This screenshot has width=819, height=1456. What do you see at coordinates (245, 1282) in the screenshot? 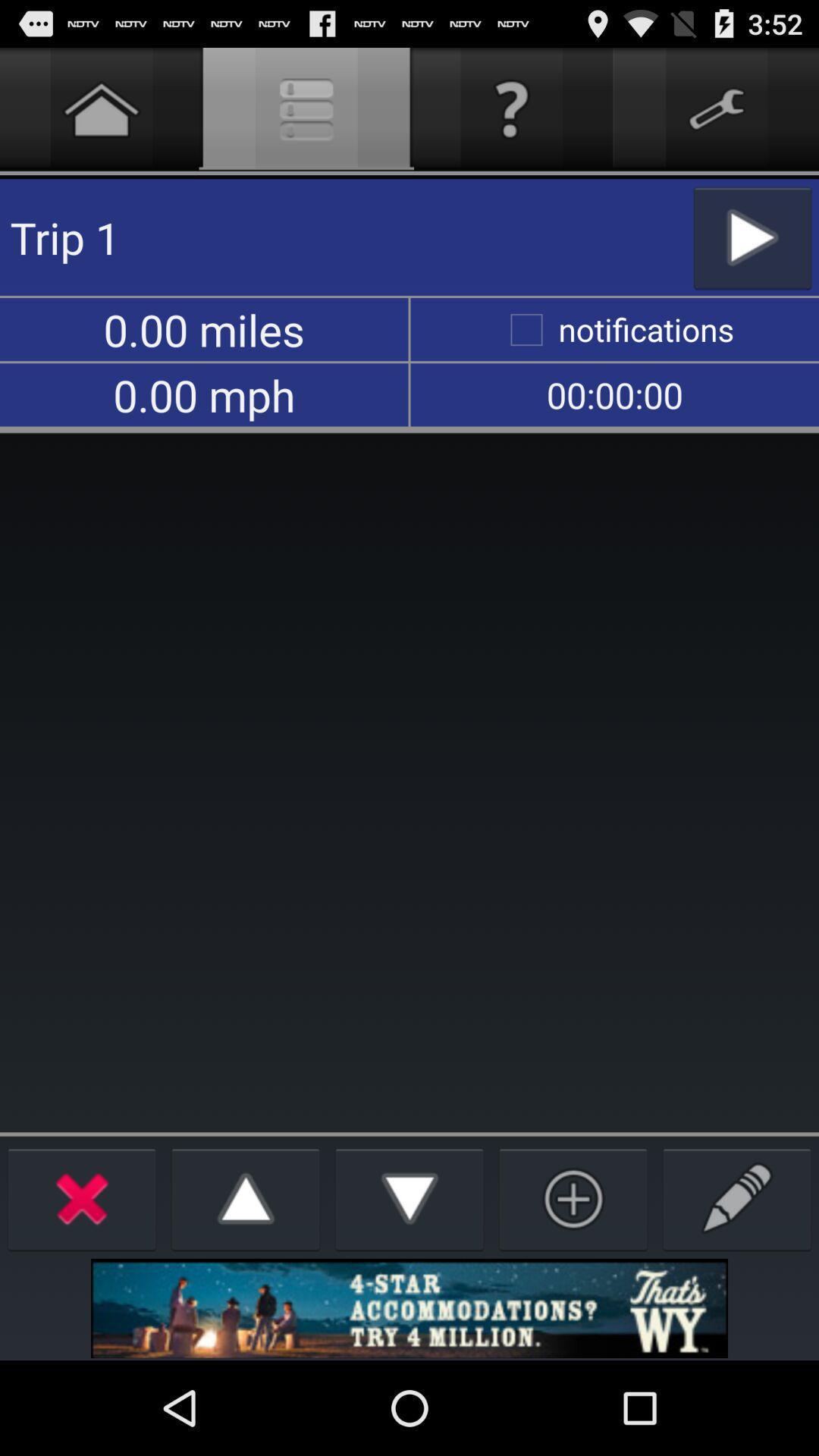
I see `the arrow_upward icon` at bounding box center [245, 1282].